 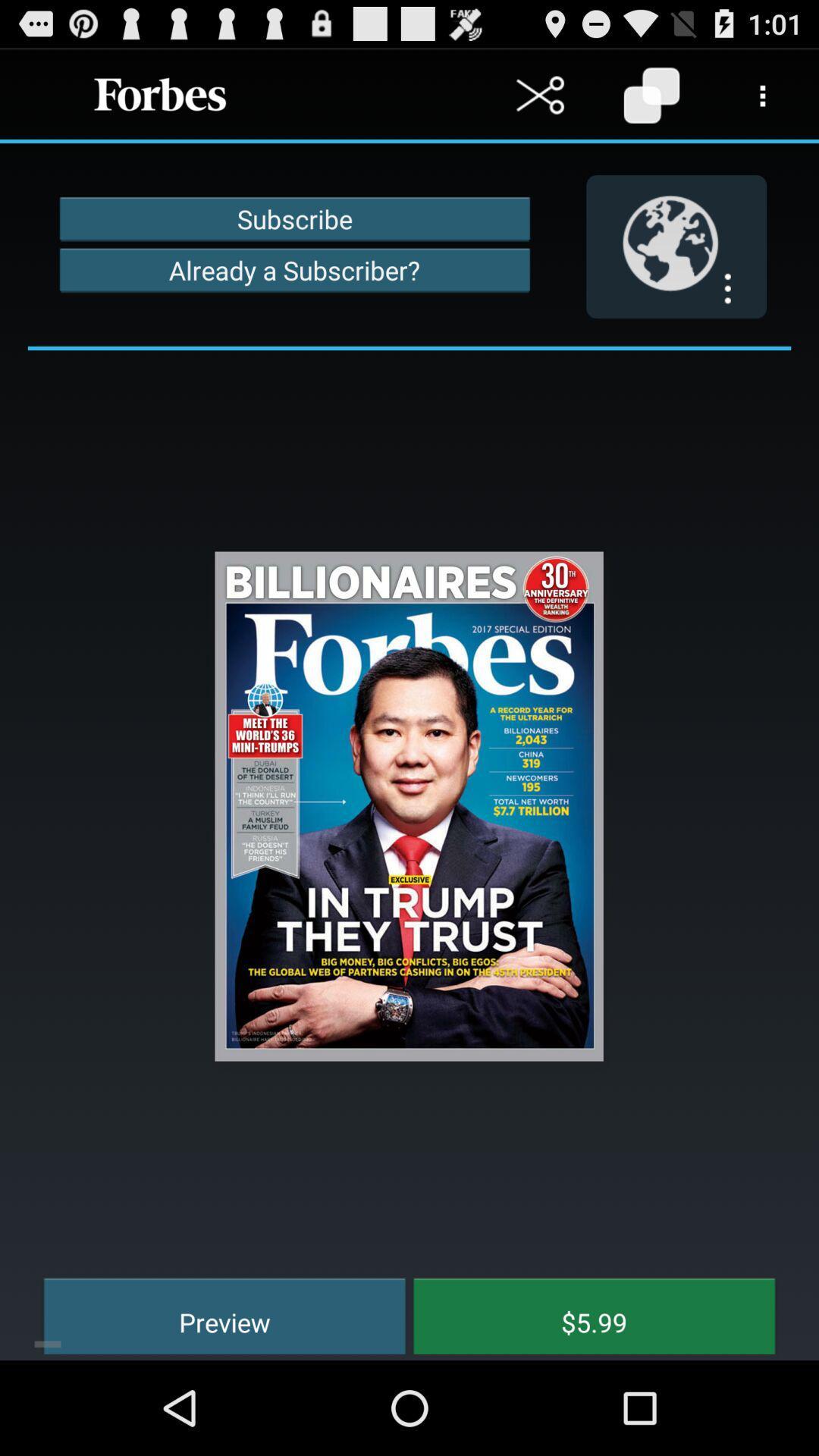 I want to click on already a subscriber? item, so click(x=294, y=270).